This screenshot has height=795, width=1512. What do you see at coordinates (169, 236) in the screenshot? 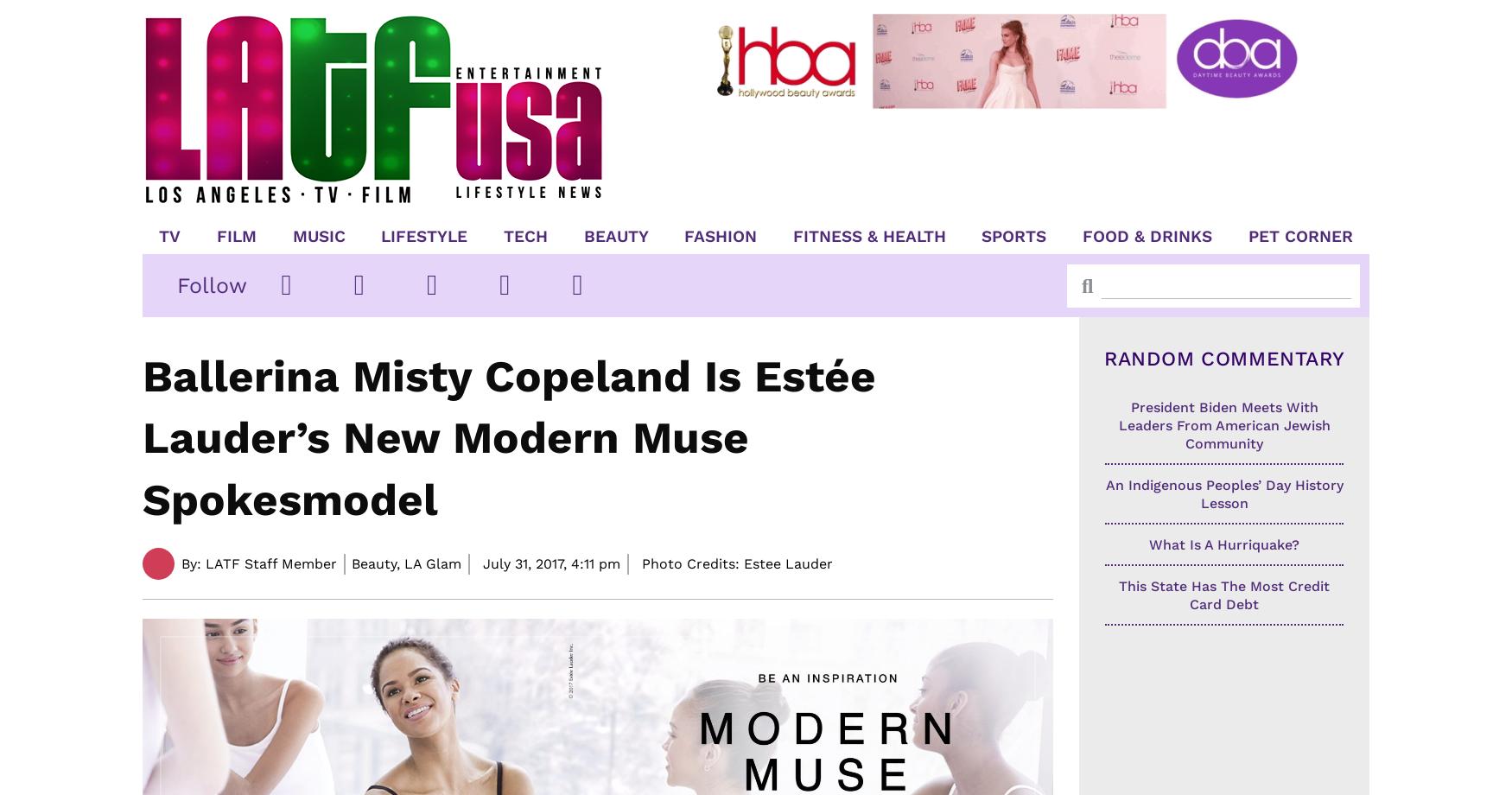
I see `'TV'` at bounding box center [169, 236].